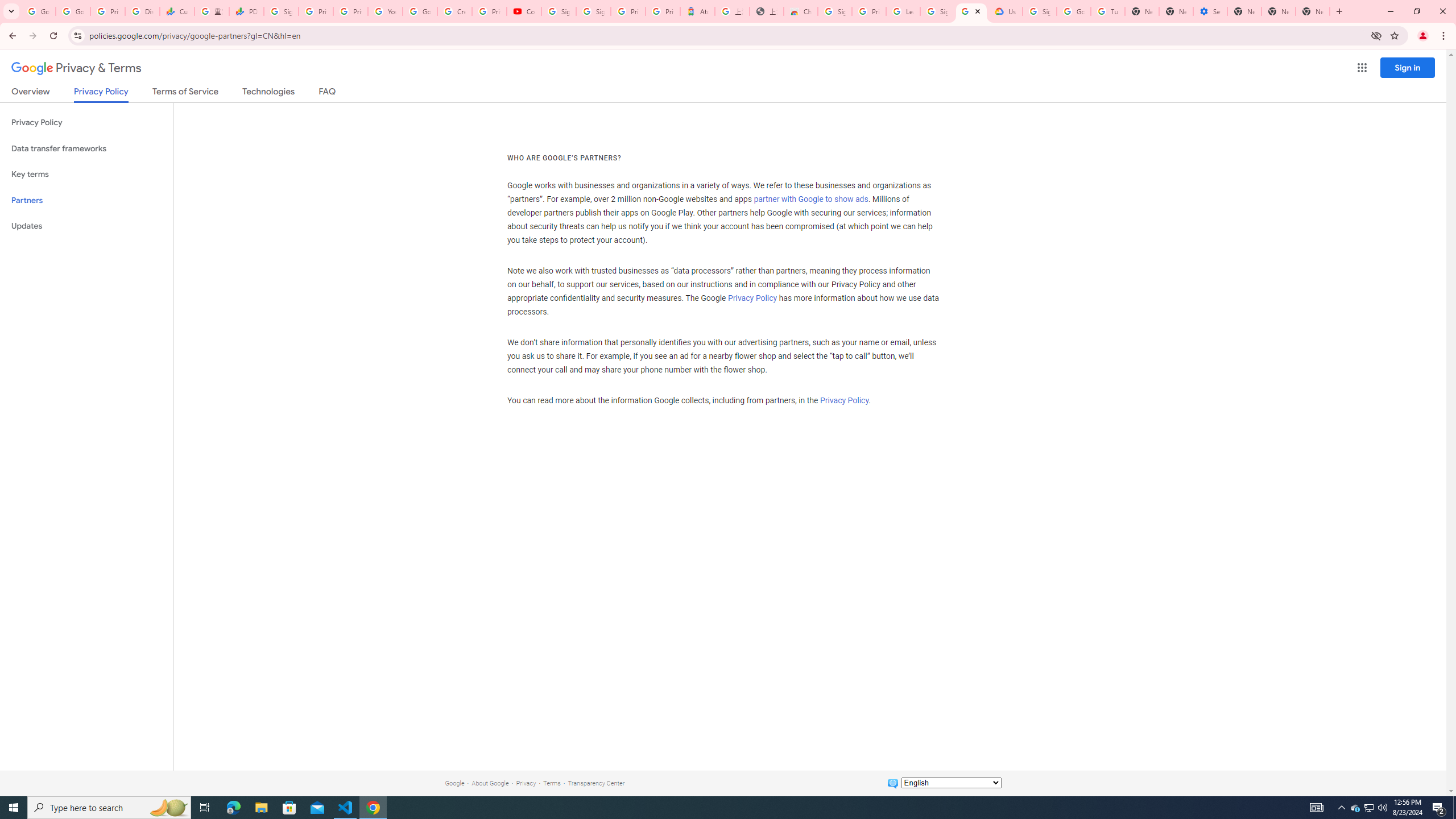 Image resolution: width=1456 pixels, height=819 pixels. What do you see at coordinates (384, 11) in the screenshot?
I see `'YouTube'` at bounding box center [384, 11].